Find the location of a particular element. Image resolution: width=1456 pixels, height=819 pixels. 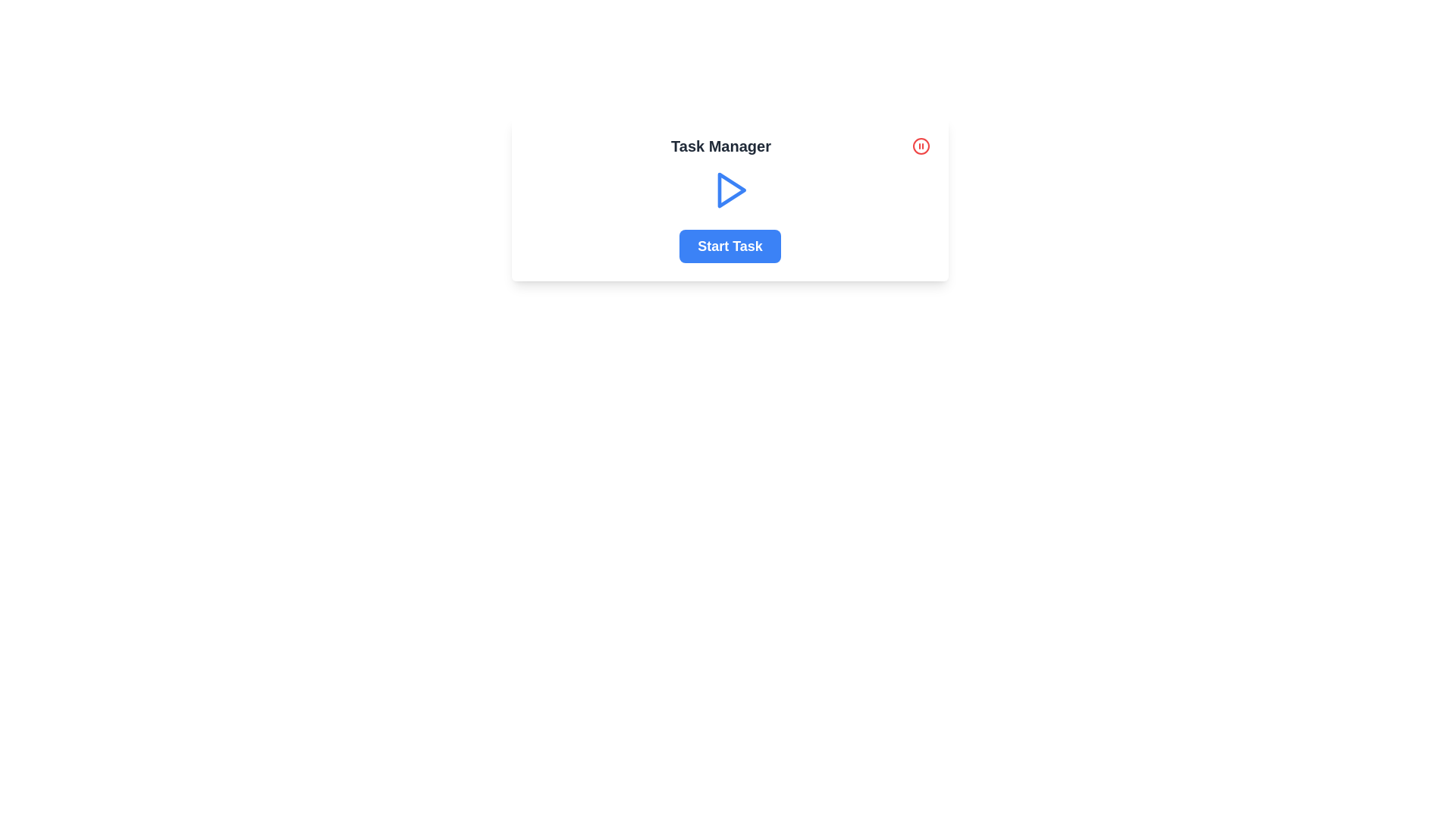

the 'Start Task' button, which is centrally located below the blue triangular play icon and the 'Task Manager' title in a task management application, to observe the hover effects is located at coordinates (730, 245).